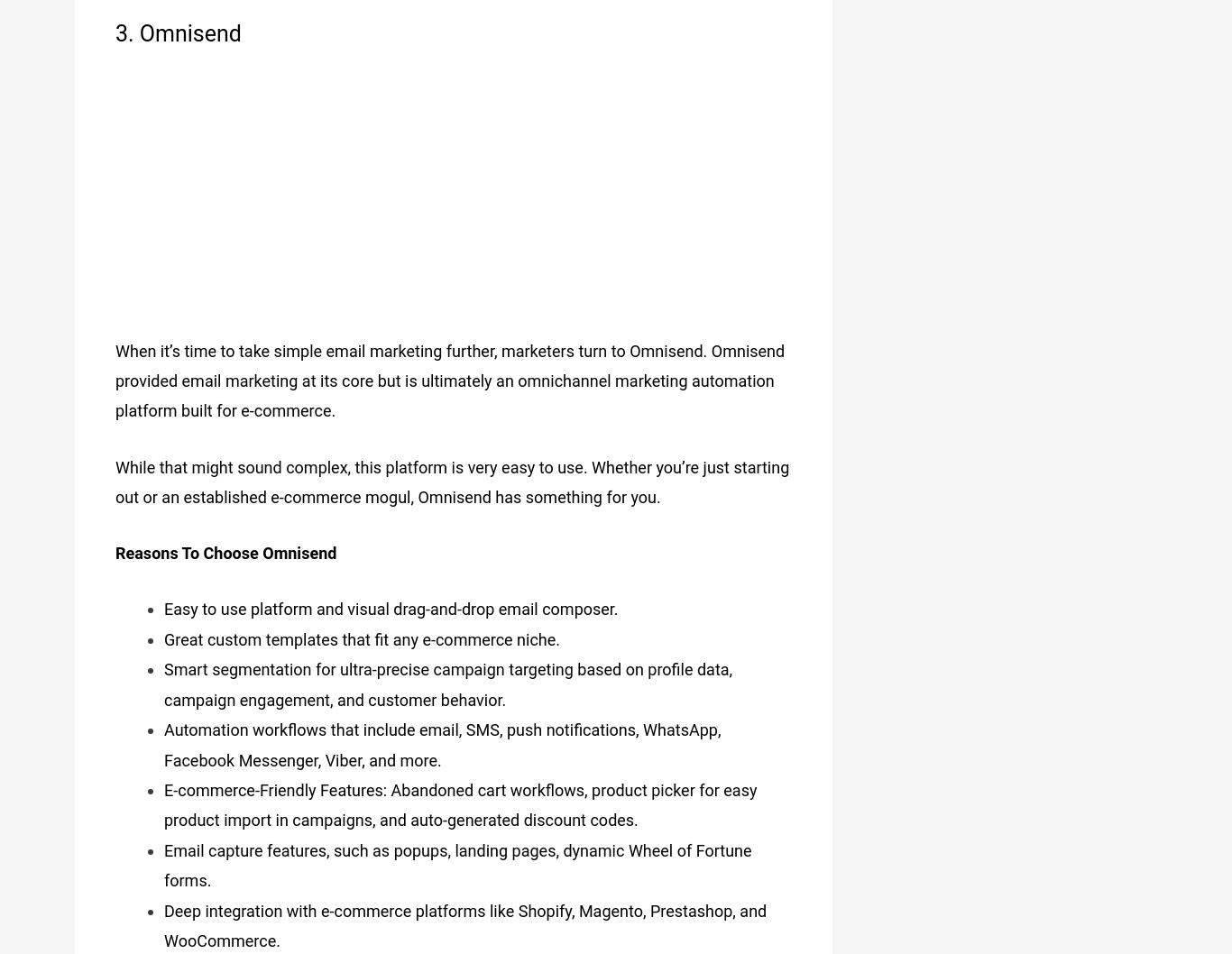 The height and width of the screenshot is (954, 1232). What do you see at coordinates (460, 798) in the screenshot?
I see `'E-commerce-Friendly Features: Abandoned cart workflows, product picker for easy product import in campaigns, and auto-generated discount codes.'` at bounding box center [460, 798].